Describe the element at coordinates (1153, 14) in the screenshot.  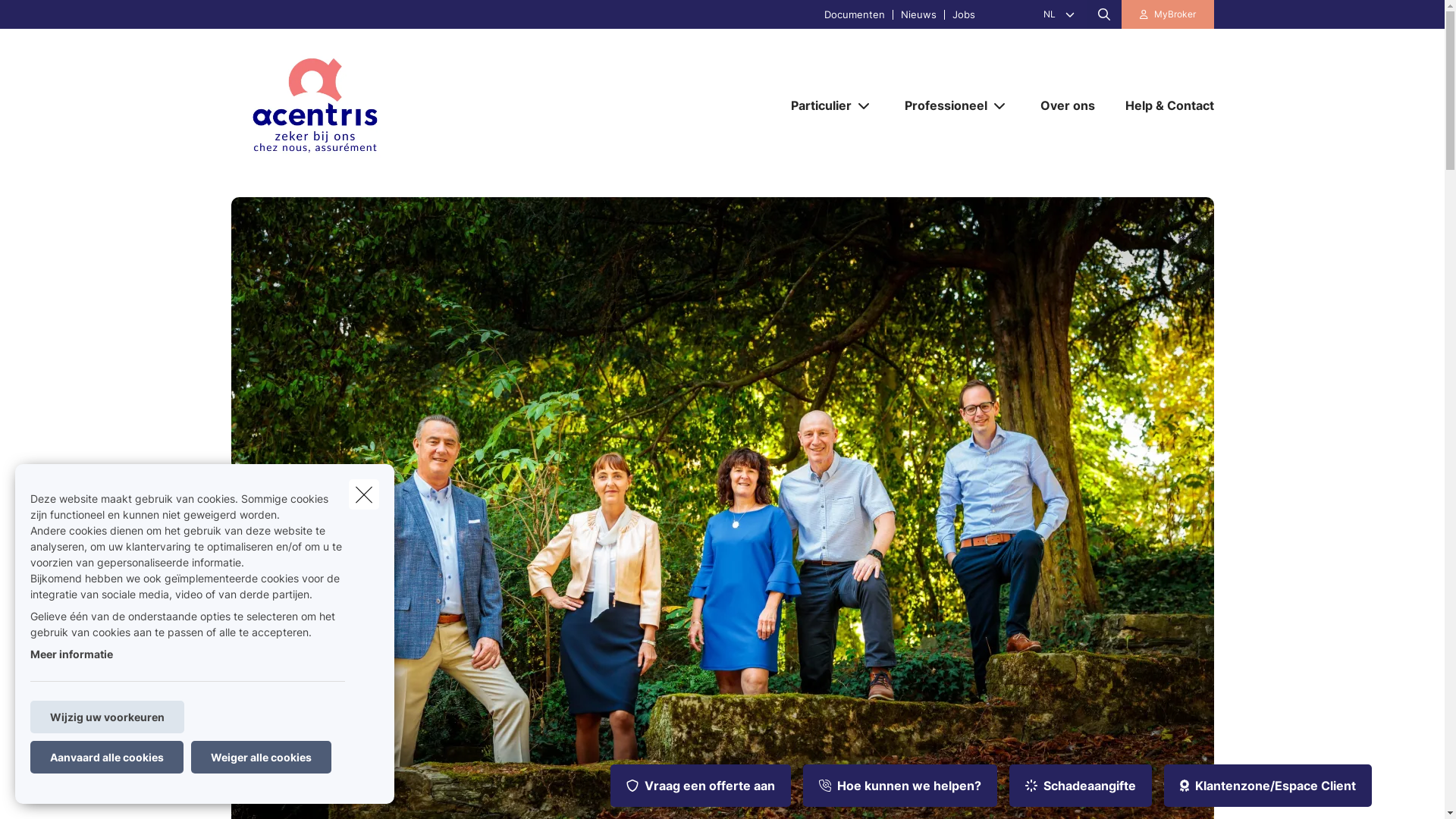
I see `'MyBroker'` at that location.